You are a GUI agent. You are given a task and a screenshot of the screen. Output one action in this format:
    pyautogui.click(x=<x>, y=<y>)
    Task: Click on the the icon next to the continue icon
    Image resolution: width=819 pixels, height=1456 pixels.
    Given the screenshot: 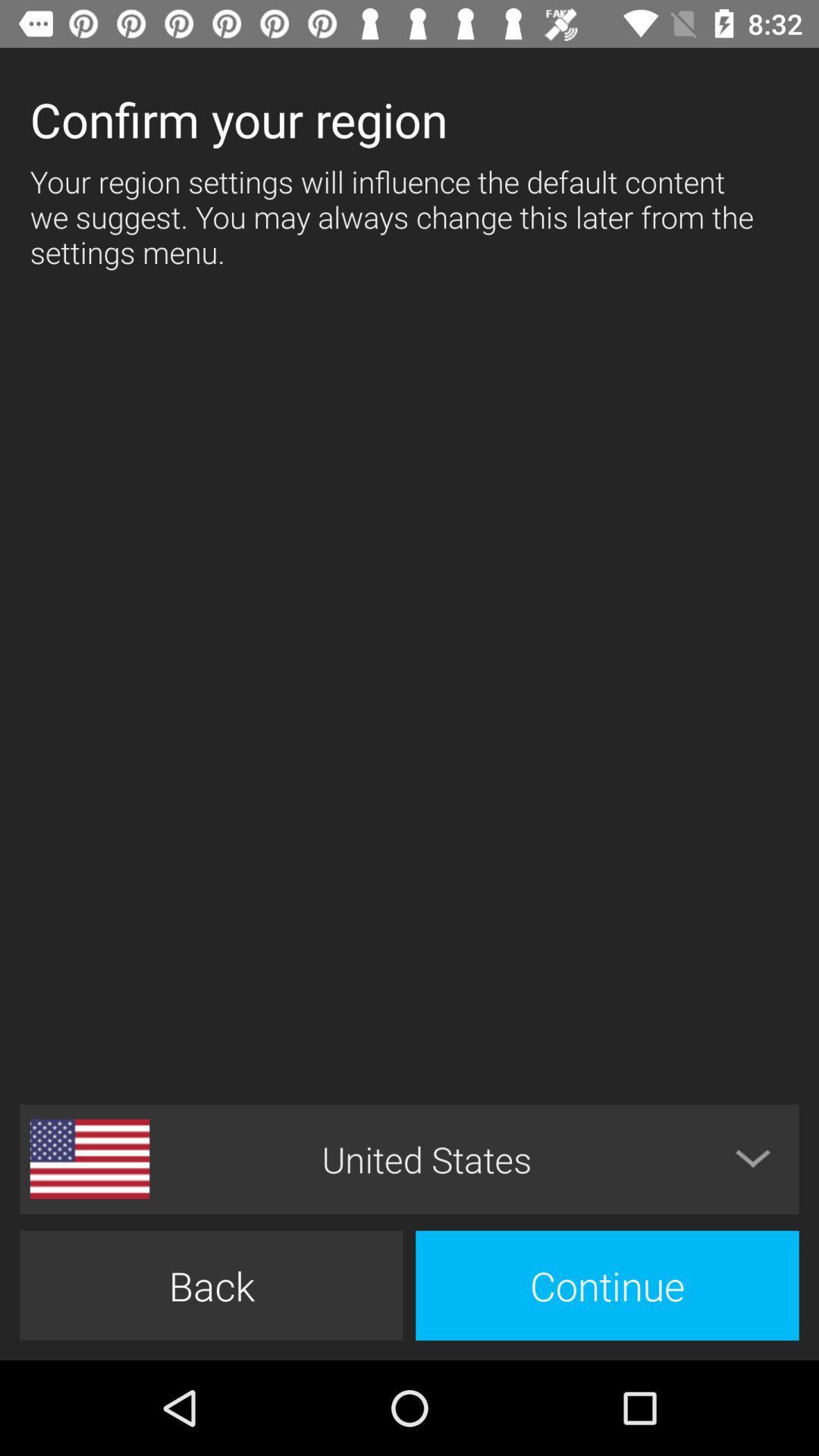 What is the action you would take?
    pyautogui.click(x=211, y=1285)
    